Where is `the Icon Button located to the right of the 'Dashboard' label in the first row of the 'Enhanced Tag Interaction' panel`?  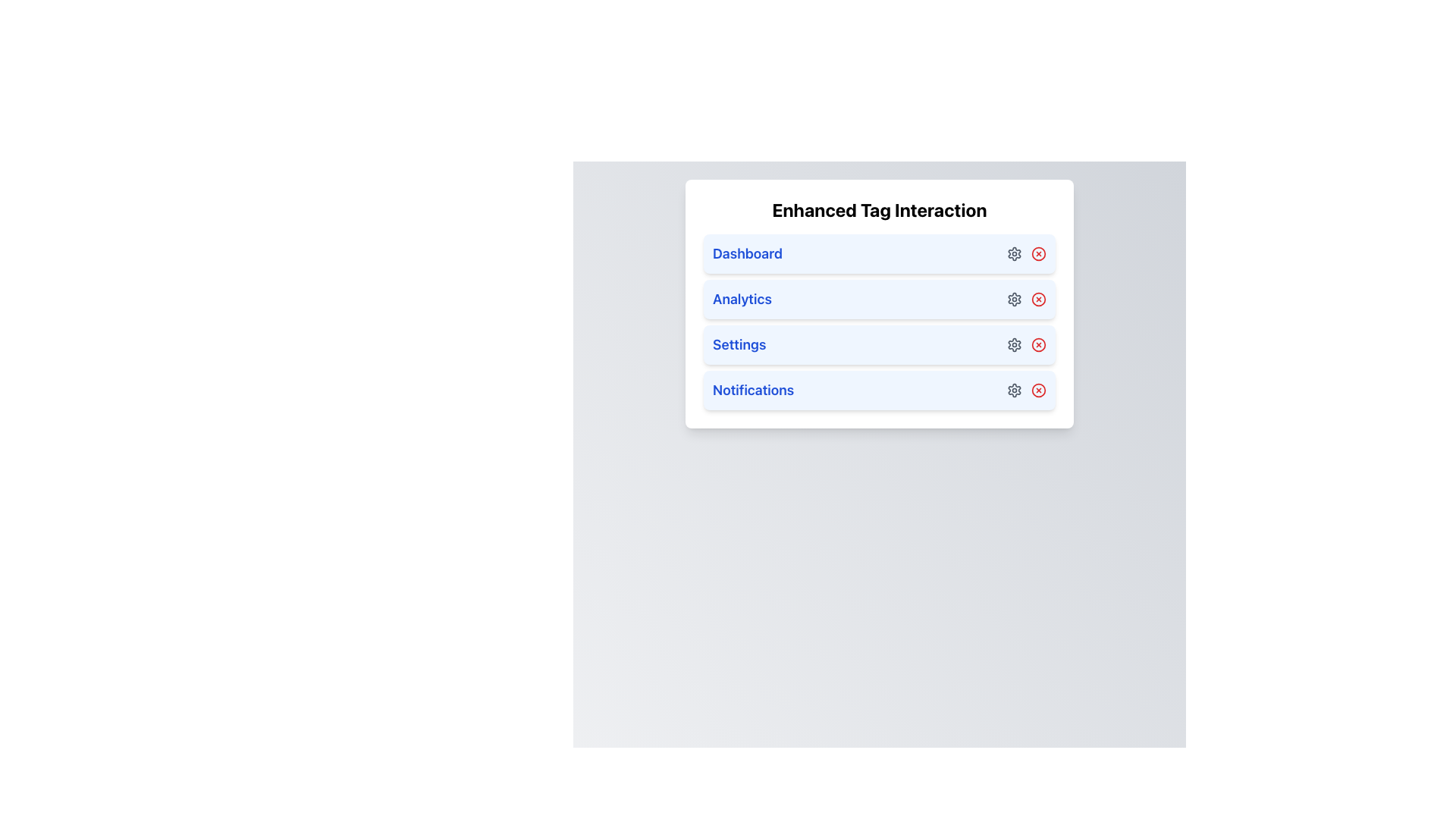
the Icon Button located to the right of the 'Dashboard' label in the first row of the 'Enhanced Tag Interaction' panel is located at coordinates (1015, 253).